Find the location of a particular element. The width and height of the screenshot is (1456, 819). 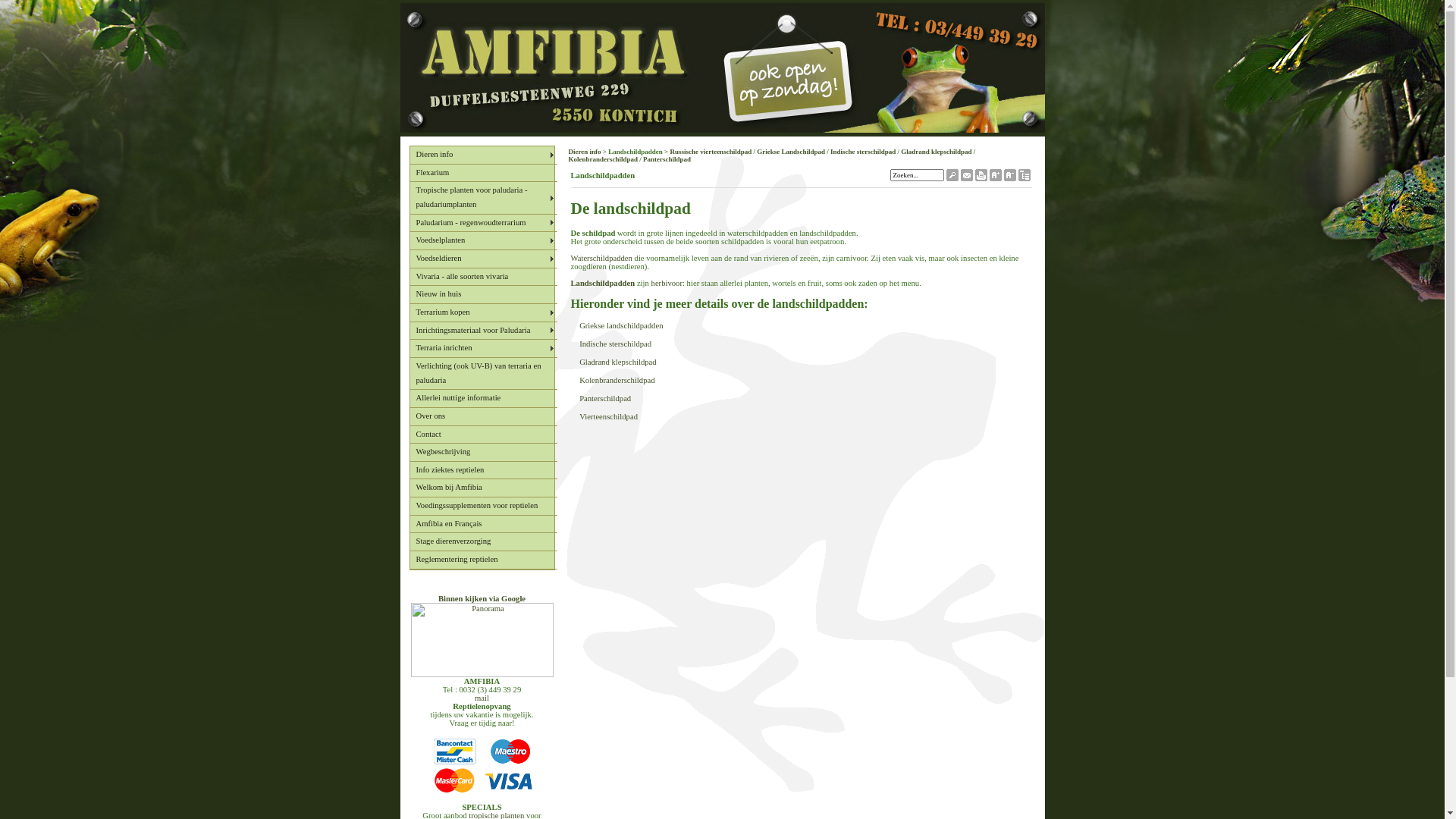

'Voedselplanten' is located at coordinates (409, 240).